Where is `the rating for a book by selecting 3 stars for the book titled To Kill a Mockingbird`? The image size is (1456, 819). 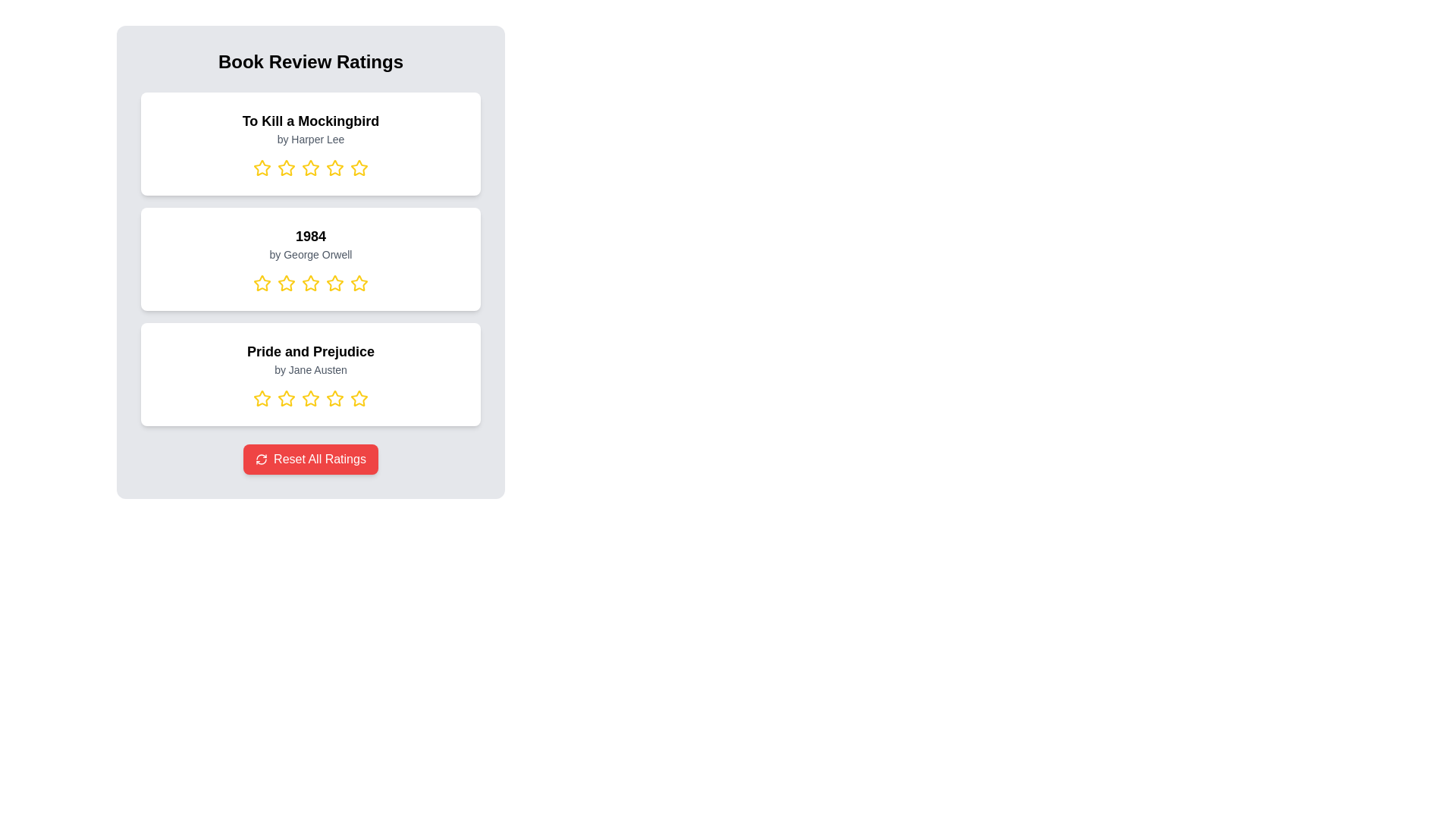 the rating for a book by selecting 3 stars for the book titled To Kill a Mockingbird is located at coordinates (309, 168).